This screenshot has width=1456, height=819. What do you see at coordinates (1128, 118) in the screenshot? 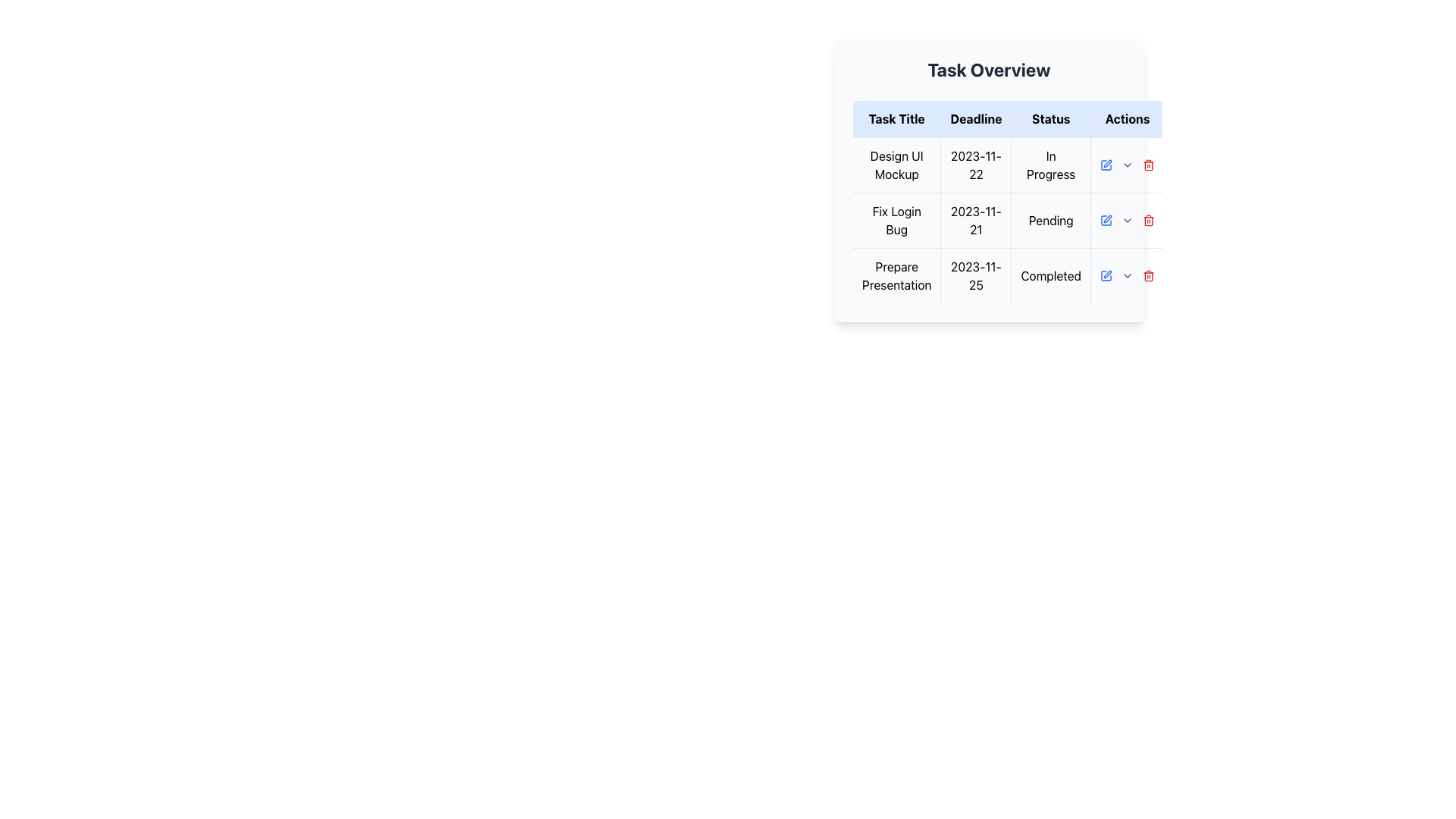
I see `the 'Actions' text label, which is the fourth column header in a table row, displaying bold and centered text on a light blue background` at bounding box center [1128, 118].